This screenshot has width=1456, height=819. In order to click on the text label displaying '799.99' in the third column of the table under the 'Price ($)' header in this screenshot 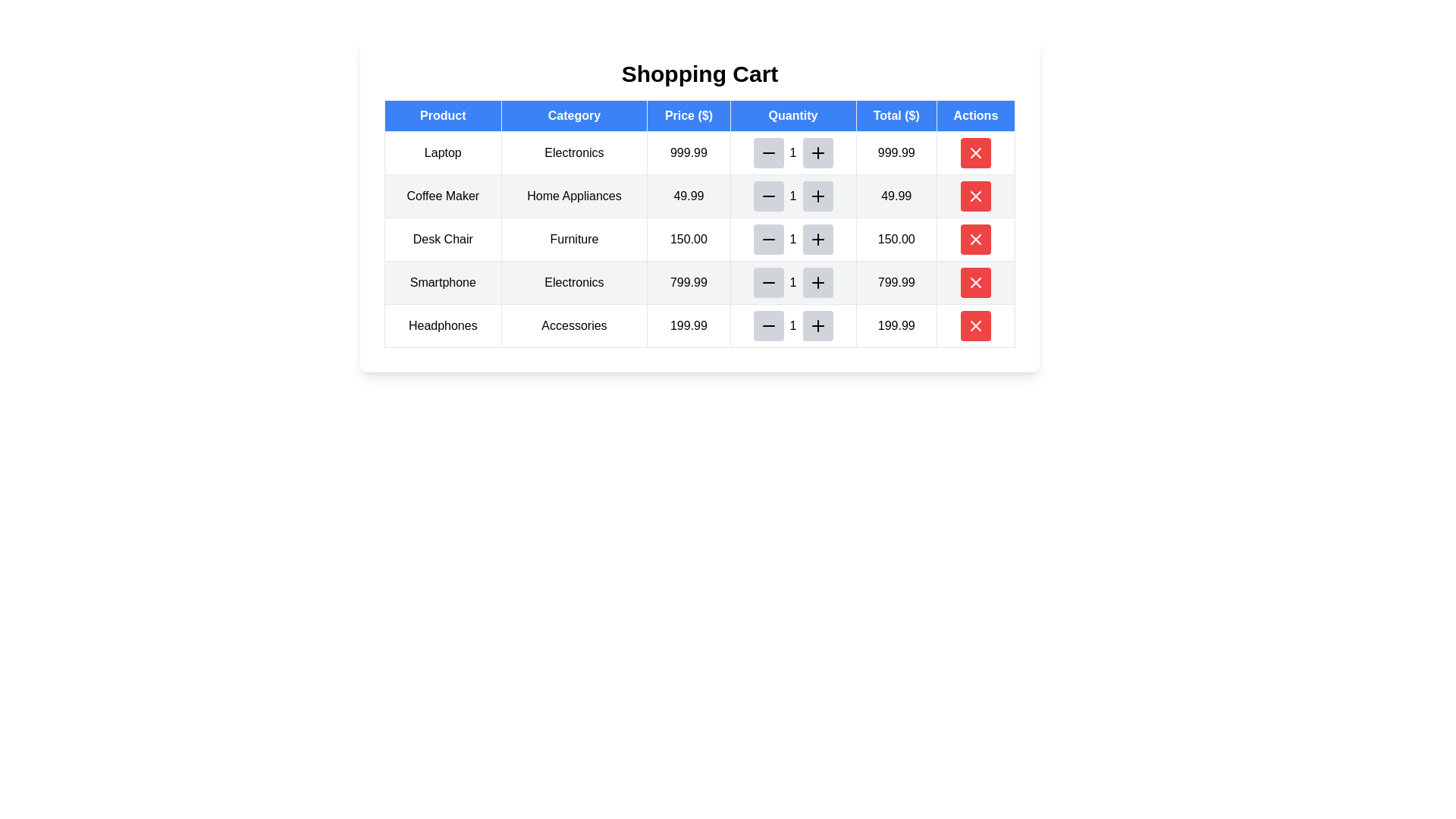, I will do `click(688, 283)`.